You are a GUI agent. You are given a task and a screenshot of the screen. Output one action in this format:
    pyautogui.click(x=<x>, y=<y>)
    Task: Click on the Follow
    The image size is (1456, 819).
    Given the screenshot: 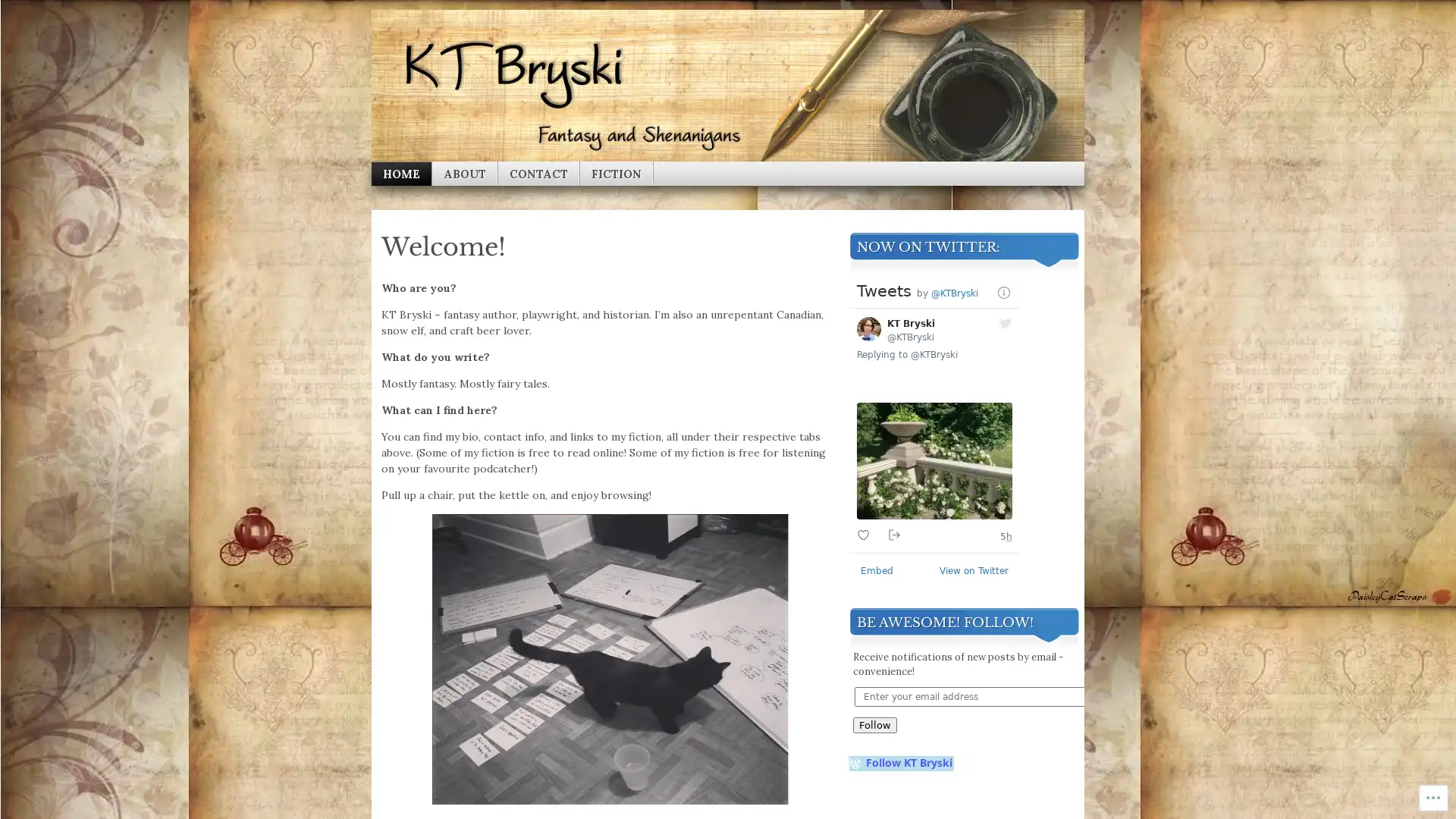 What is the action you would take?
    pyautogui.click(x=874, y=724)
    